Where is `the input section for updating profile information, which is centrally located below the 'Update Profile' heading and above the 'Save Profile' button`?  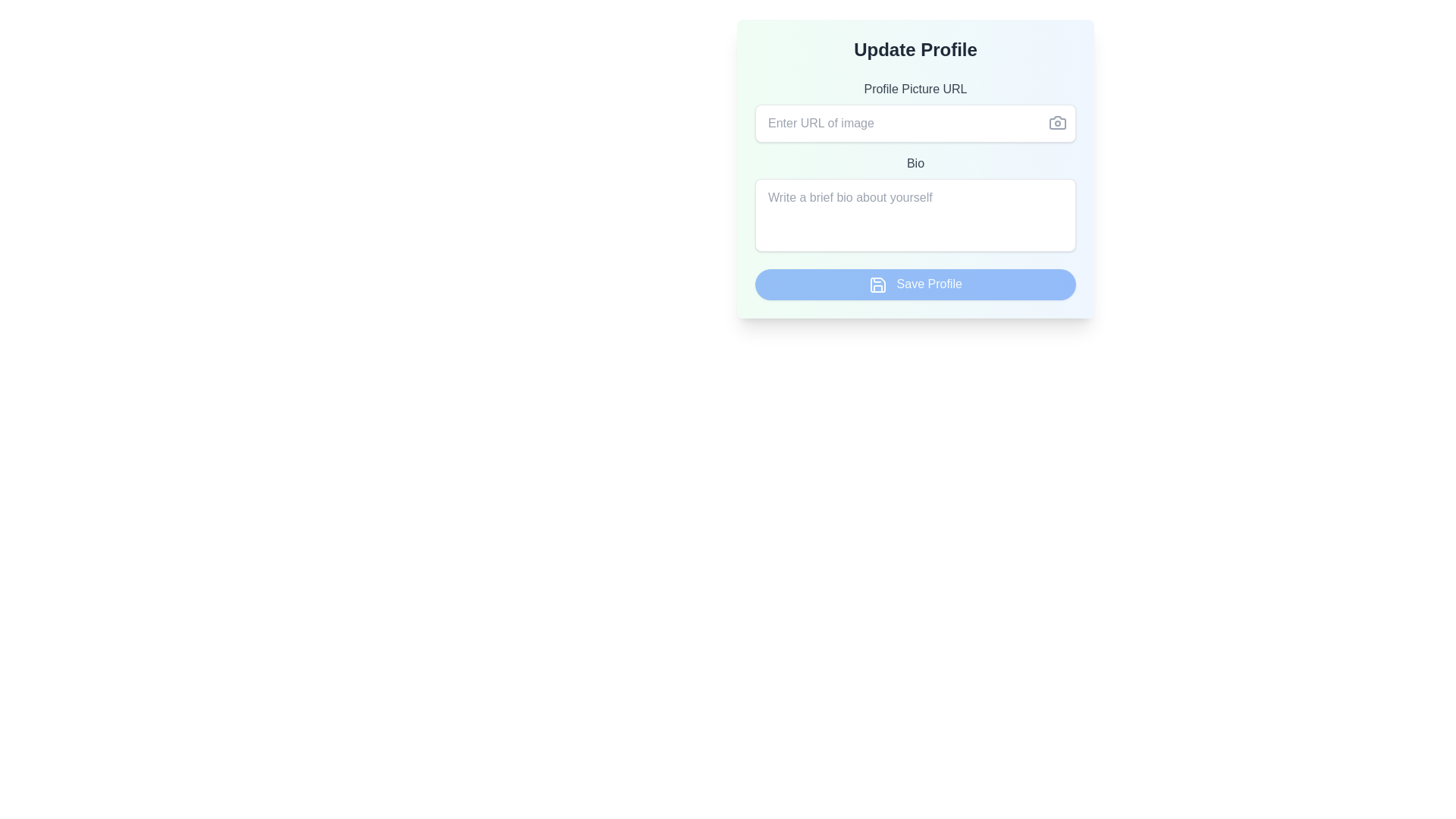
the input section for updating profile information, which is centrally located below the 'Update Profile' heading and above the 'Save Profile' button is located at coordinates (915, 189).